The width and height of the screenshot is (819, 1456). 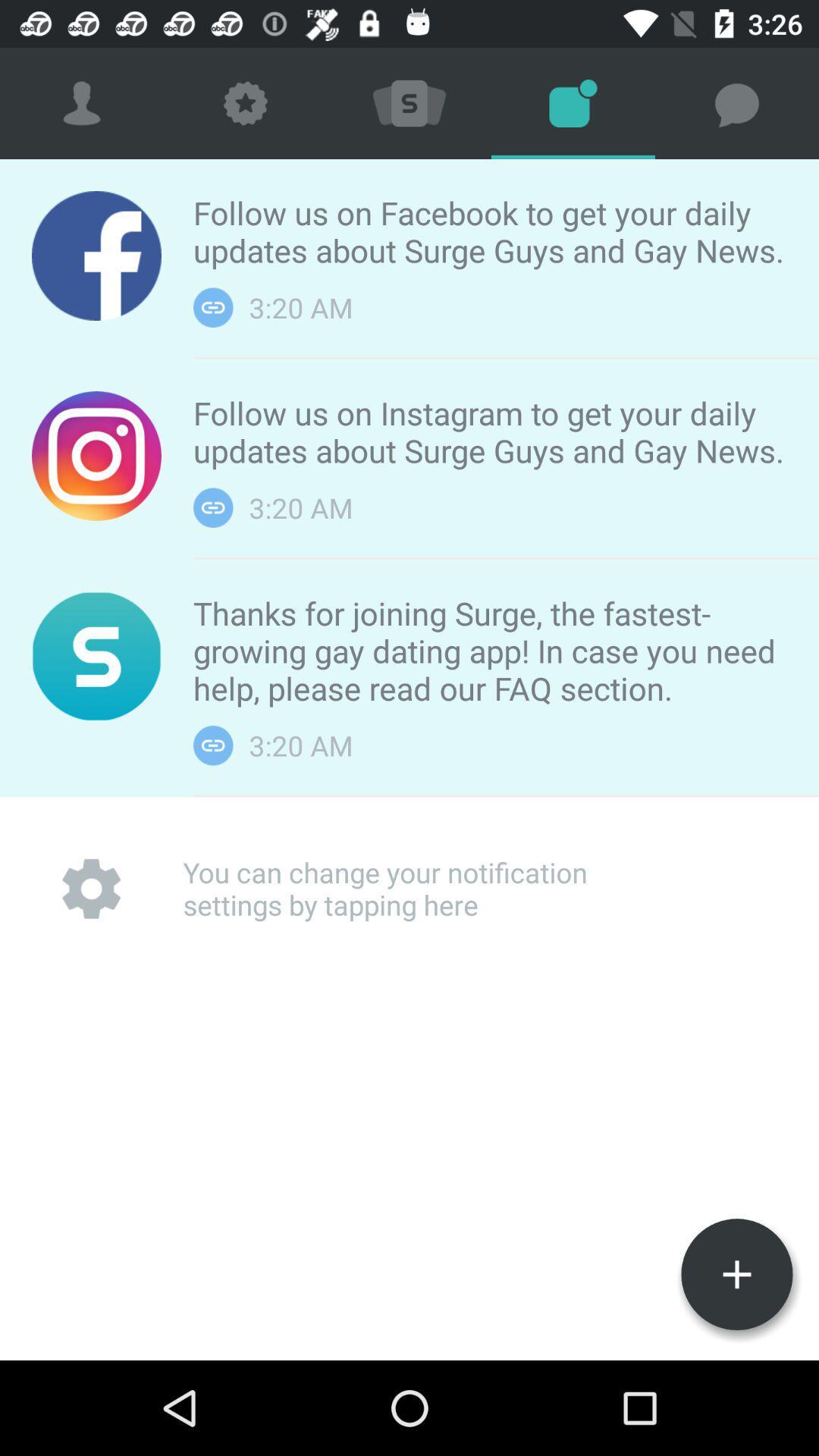 I want to click on the add icon, so click(x=736, y=1274).